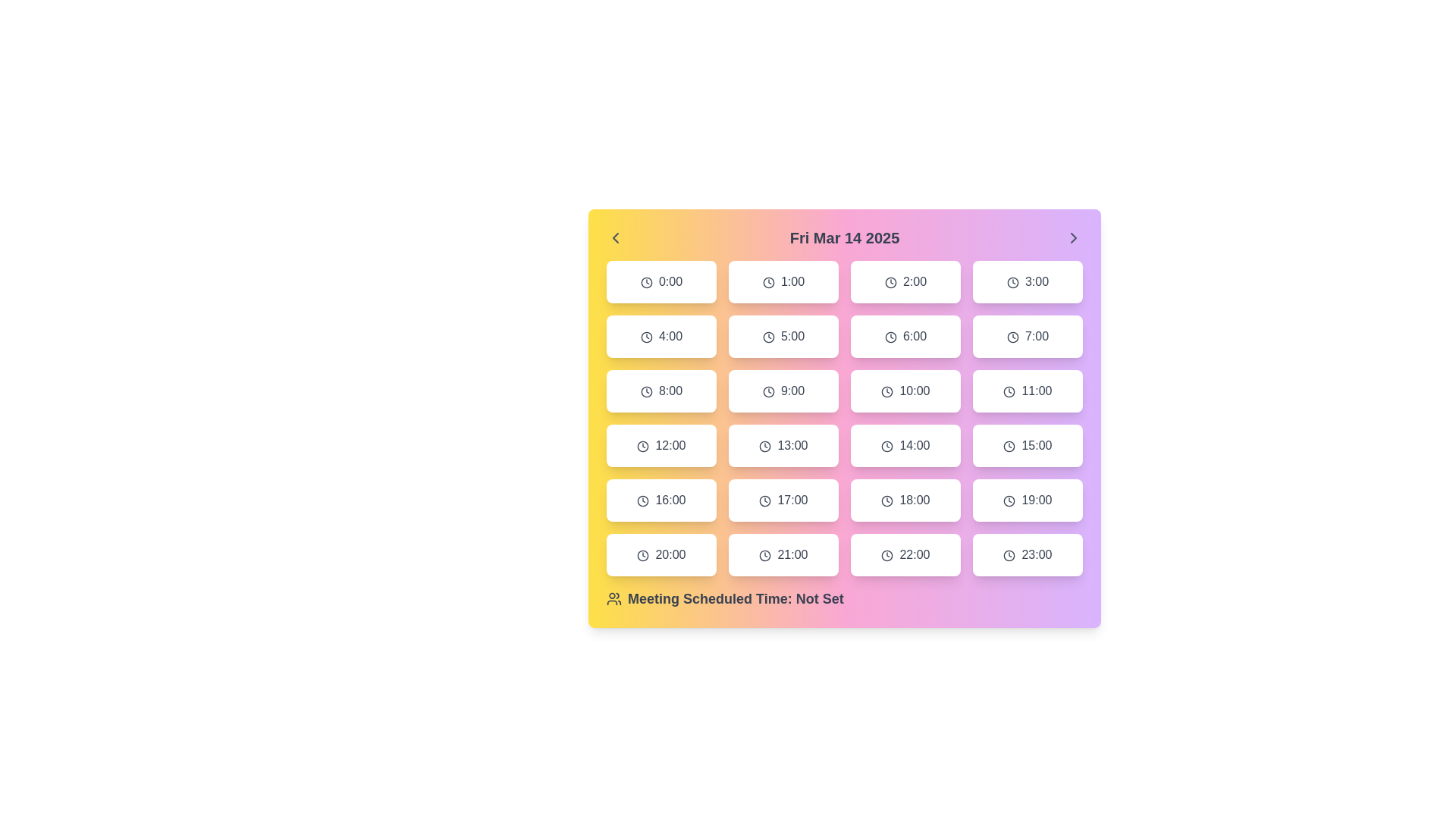  What do you see at coordinates (905, 391) in the screenshot?
I see `the button representing the time '10:00' in the schedule` at bounding box center [905, 391].